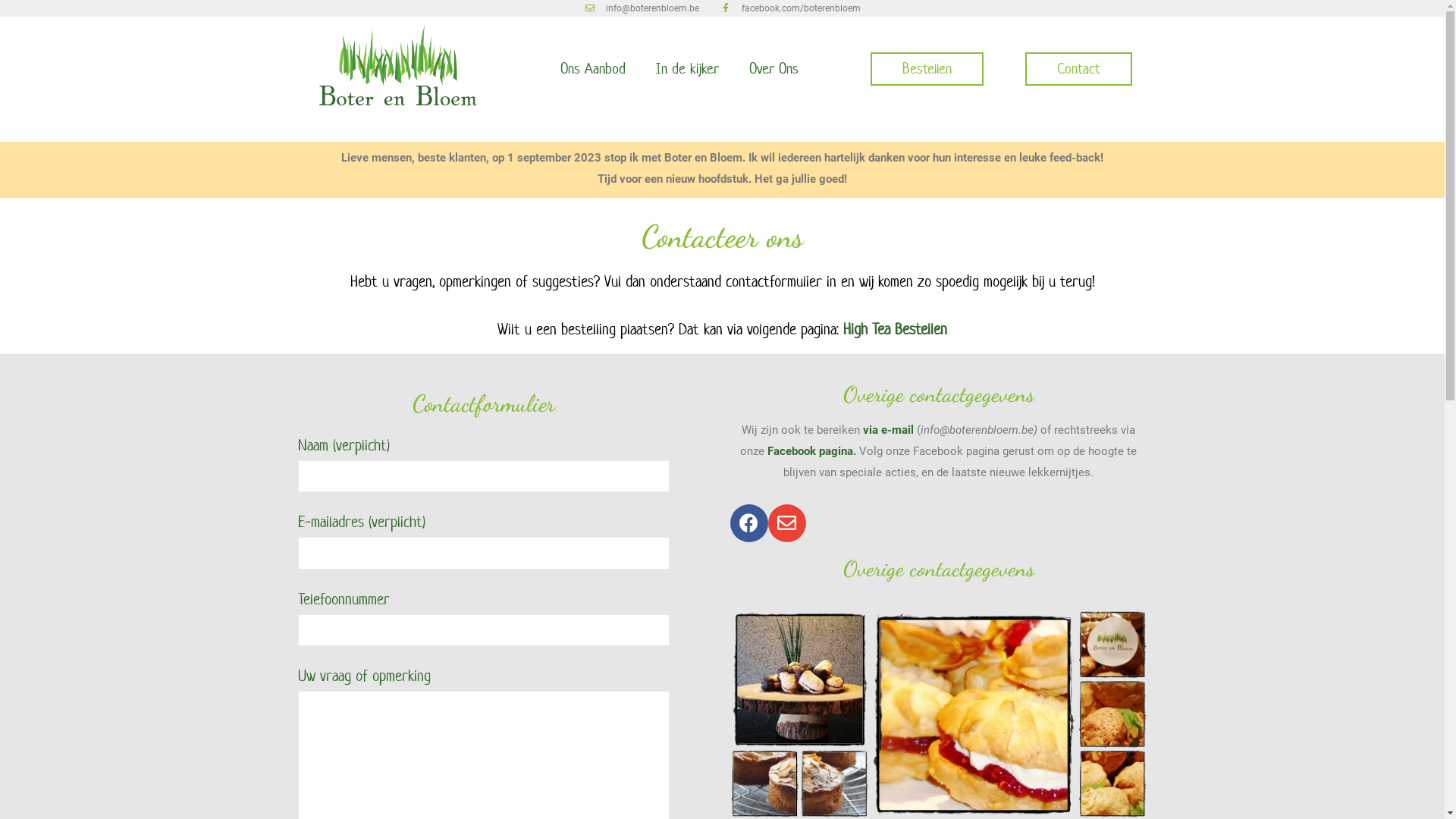 The width and height of the screenshot is (1456, 819). Describe the element at coordinates (811, 450) in the screenshot. I see `'Facebook pagina.'` at that location.